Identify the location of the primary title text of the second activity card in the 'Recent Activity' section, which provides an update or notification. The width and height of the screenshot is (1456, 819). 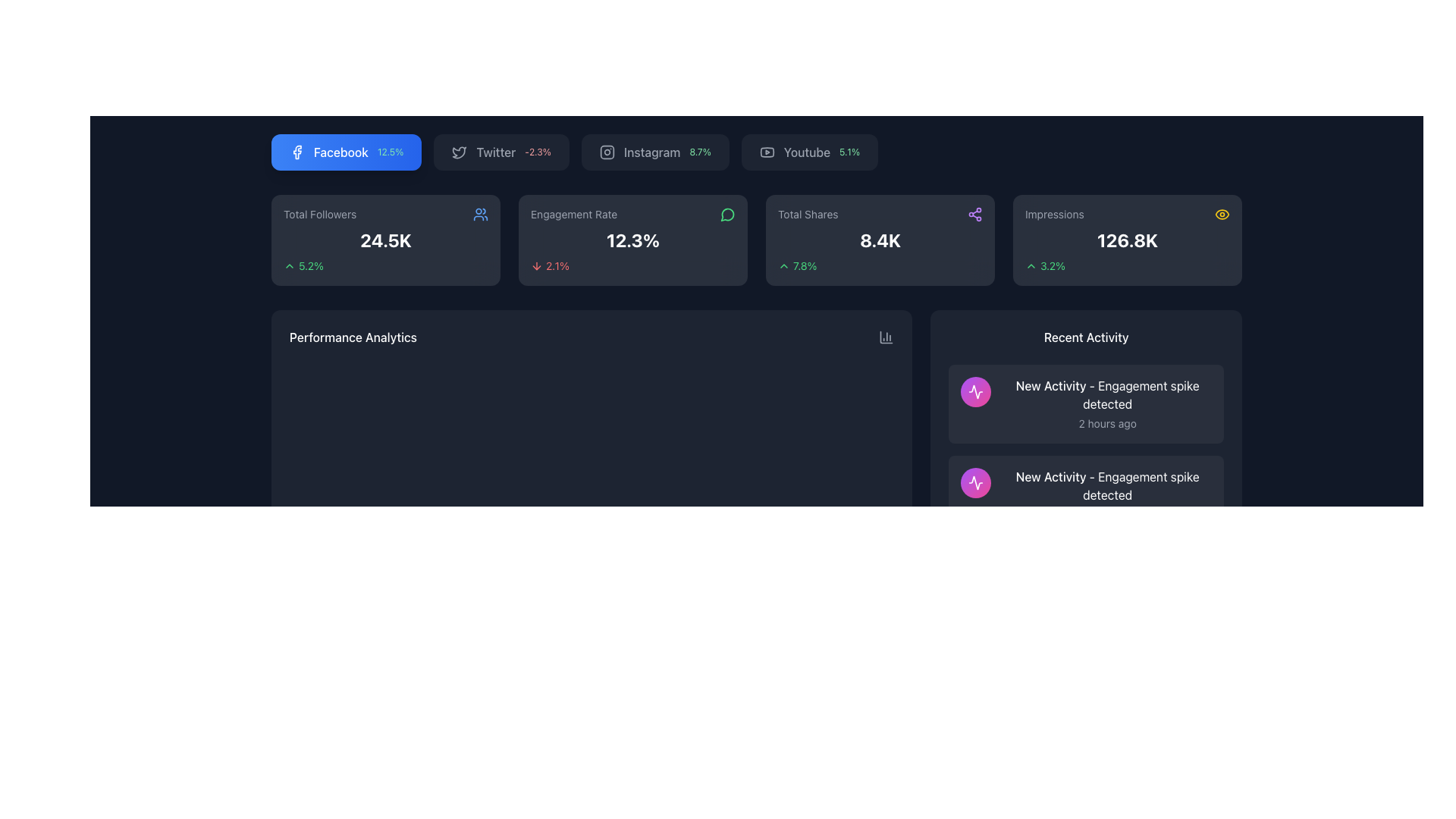
(1107, 485).